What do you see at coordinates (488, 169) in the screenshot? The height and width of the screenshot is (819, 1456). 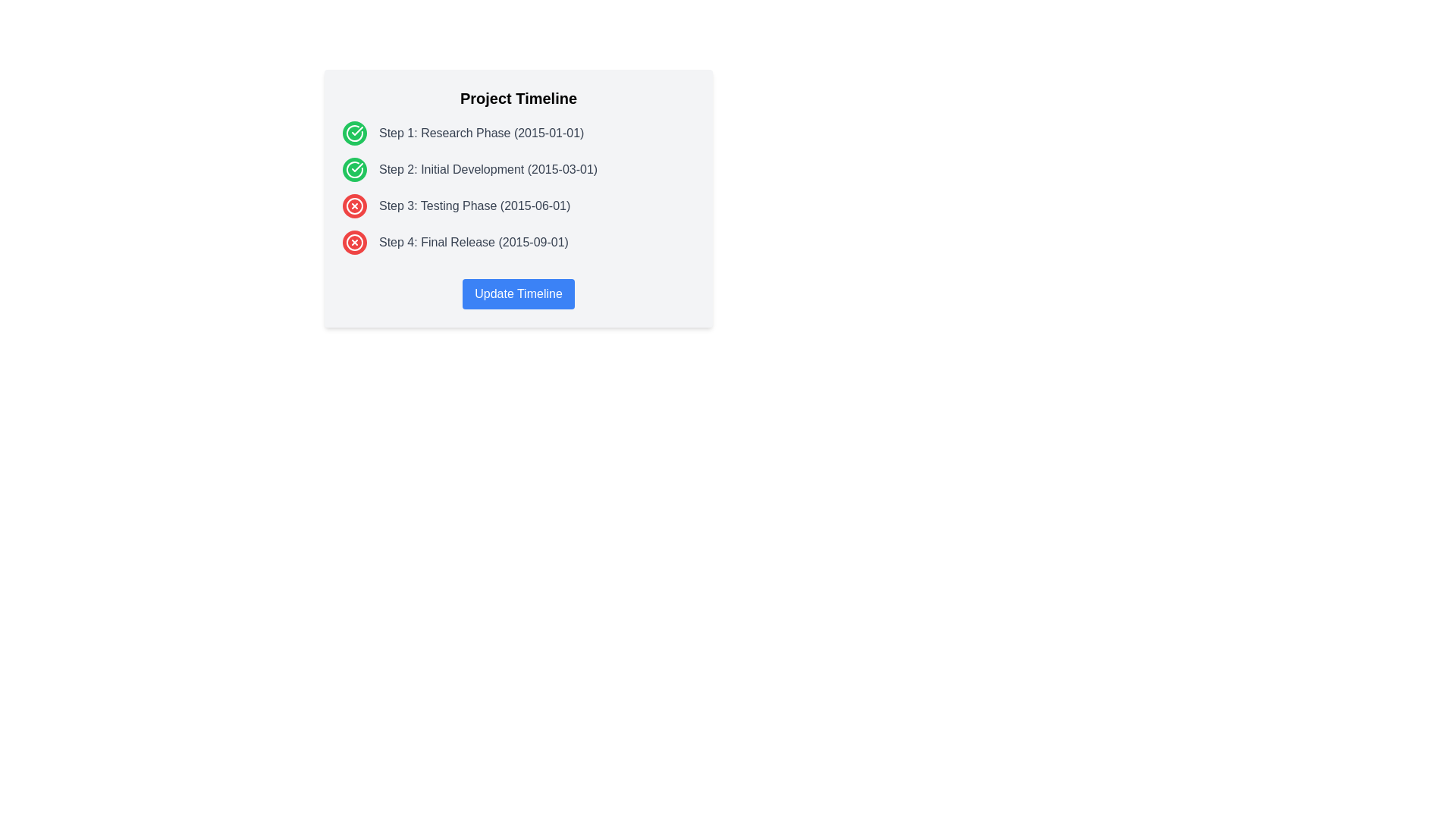 I see `the text label displaying 'Step 2: Initial Development', which is positioned between 'Step 1: Research Phase' and 'Step 3: Testing Phase'` at bounding box center [488, 169].